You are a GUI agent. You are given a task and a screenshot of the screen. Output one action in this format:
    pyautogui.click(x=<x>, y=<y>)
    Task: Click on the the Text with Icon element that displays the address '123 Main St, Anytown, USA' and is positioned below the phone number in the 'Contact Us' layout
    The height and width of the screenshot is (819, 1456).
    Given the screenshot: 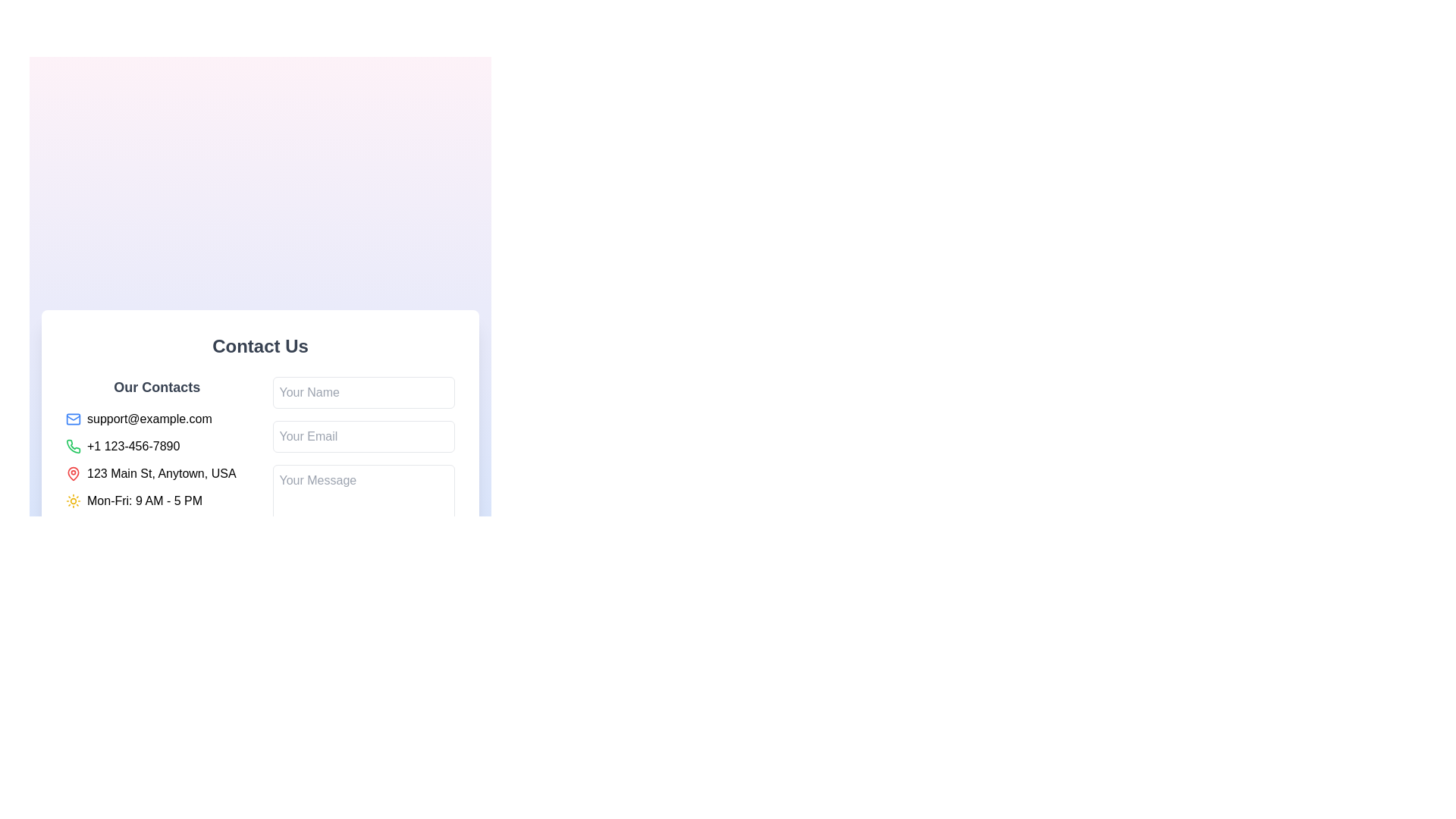 What is the action you would take?
    pyautogui.click(x=157, y=472)
    